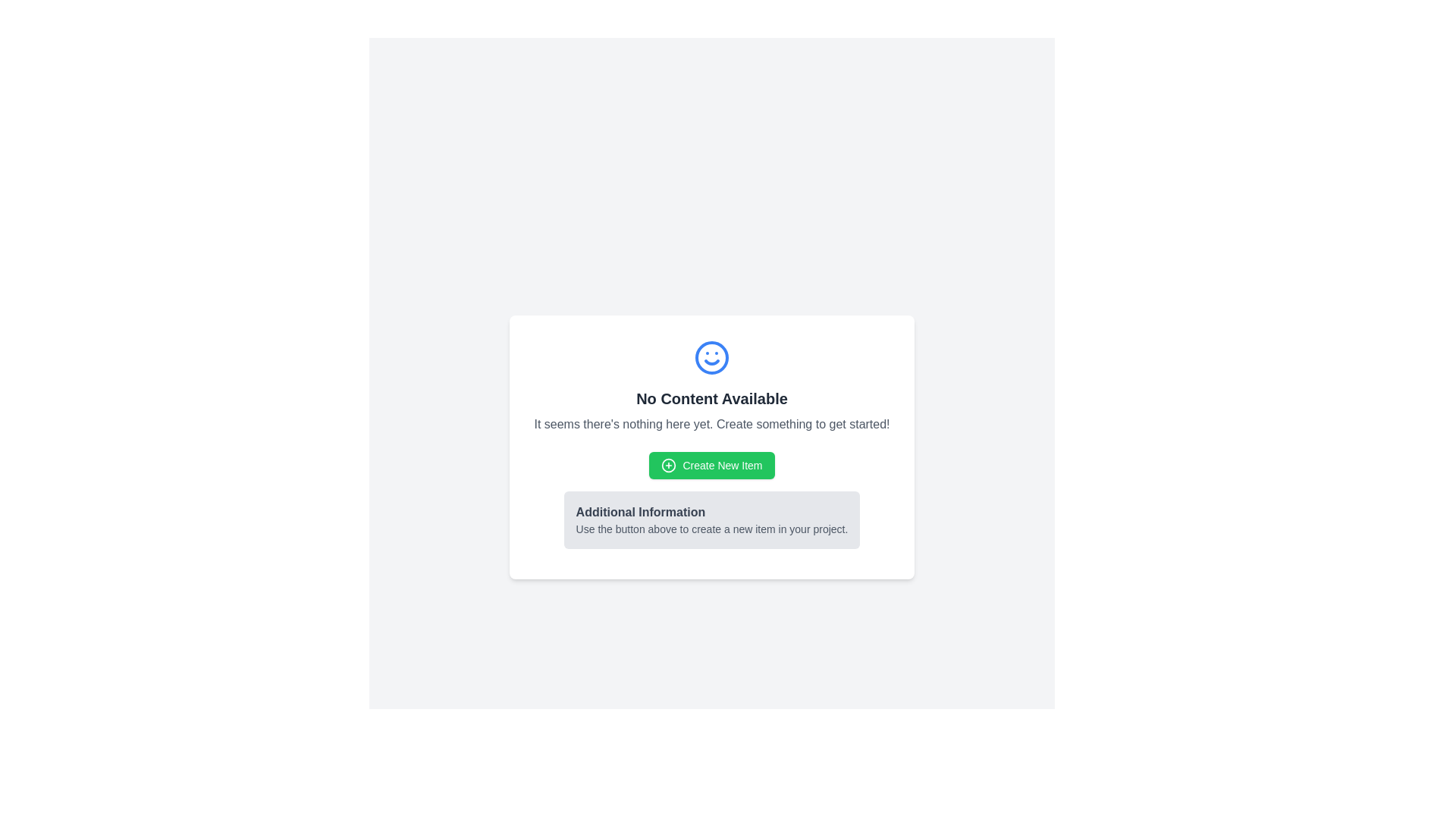 This screenshot has width=1456, height=819. What do you see at coordinates (668, 464) in the screenshot?
I see `the '+' icon button which contains the circular graphical component for creating a new item` at bounding box center [668, 464].